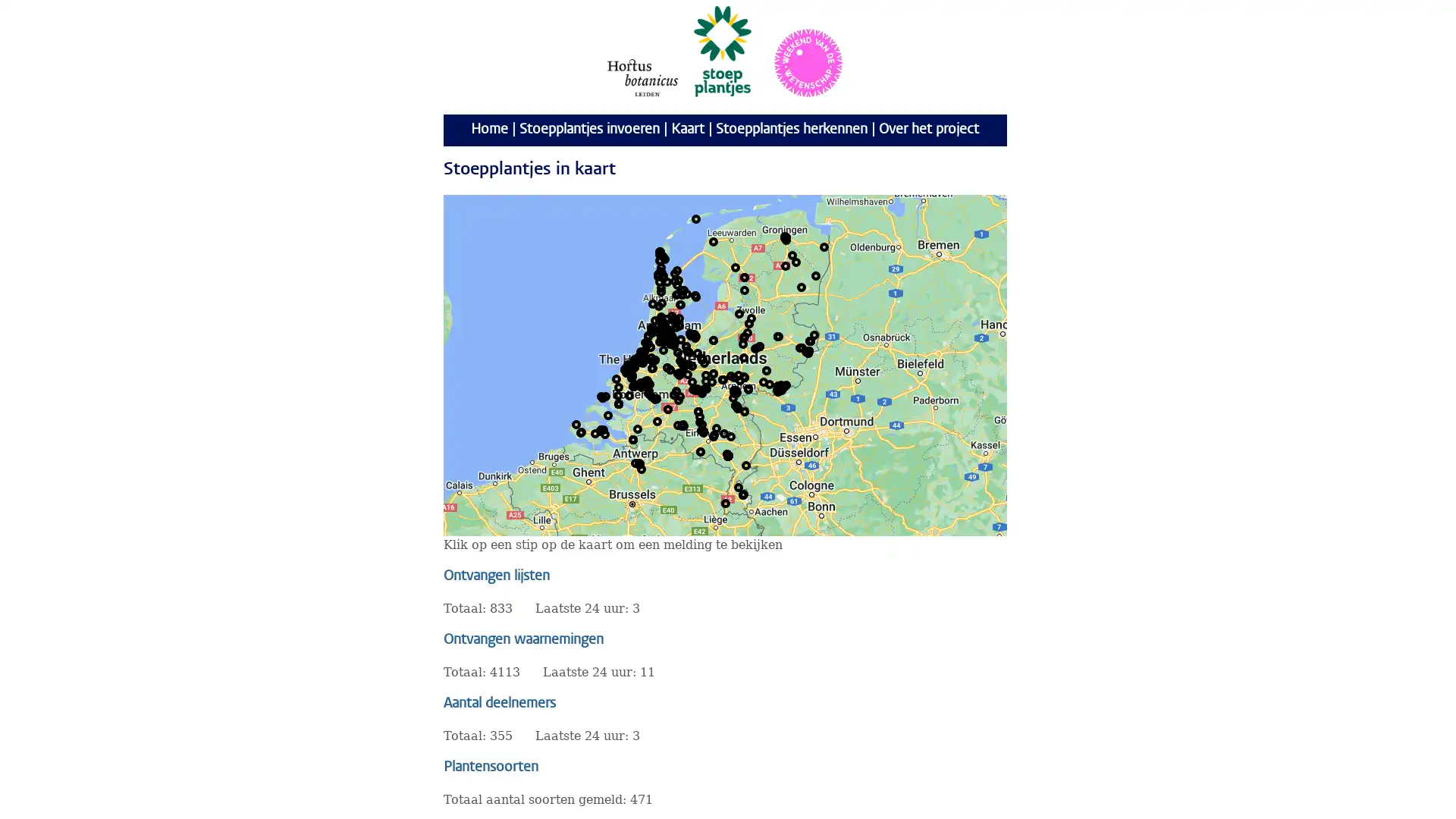  What do you see at coordinates (680, 362) in the screenshot?
I see `Telling van op 12 april 2022` at bounding box center [680, 362].